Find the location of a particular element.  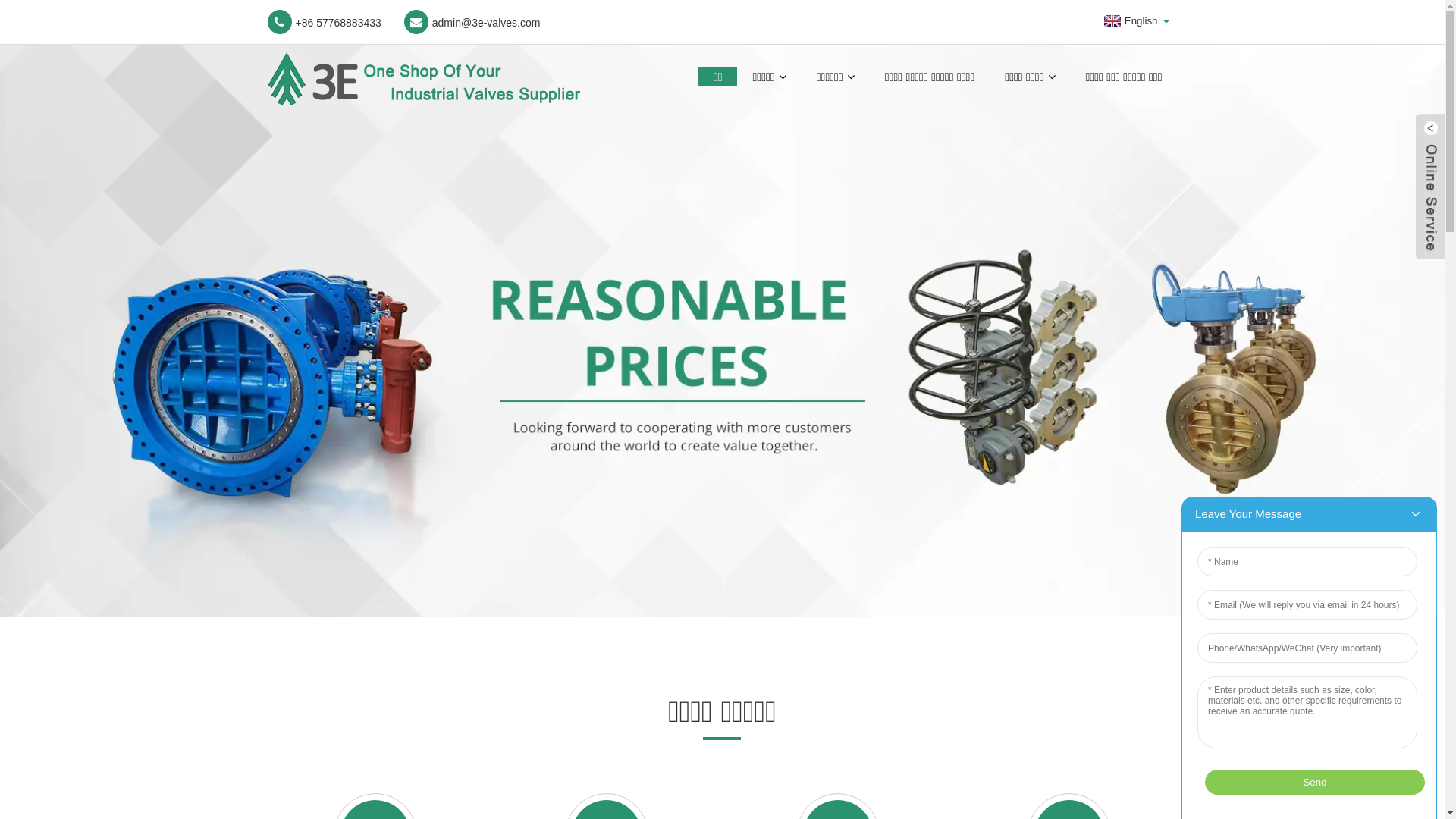

'admin@3e-valves.com' is located at coordinates (472, 22).